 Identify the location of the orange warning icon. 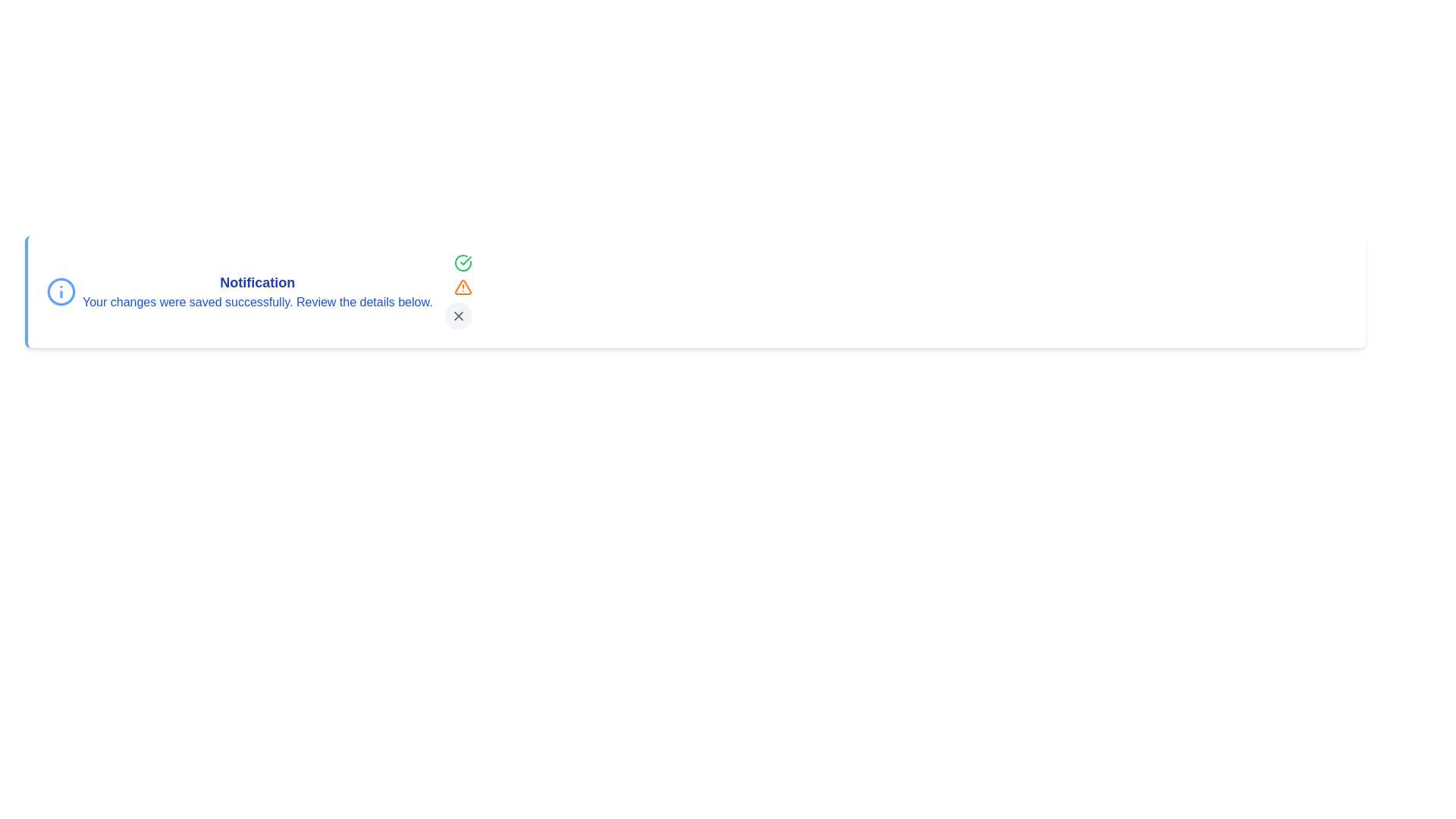
(462, 287).